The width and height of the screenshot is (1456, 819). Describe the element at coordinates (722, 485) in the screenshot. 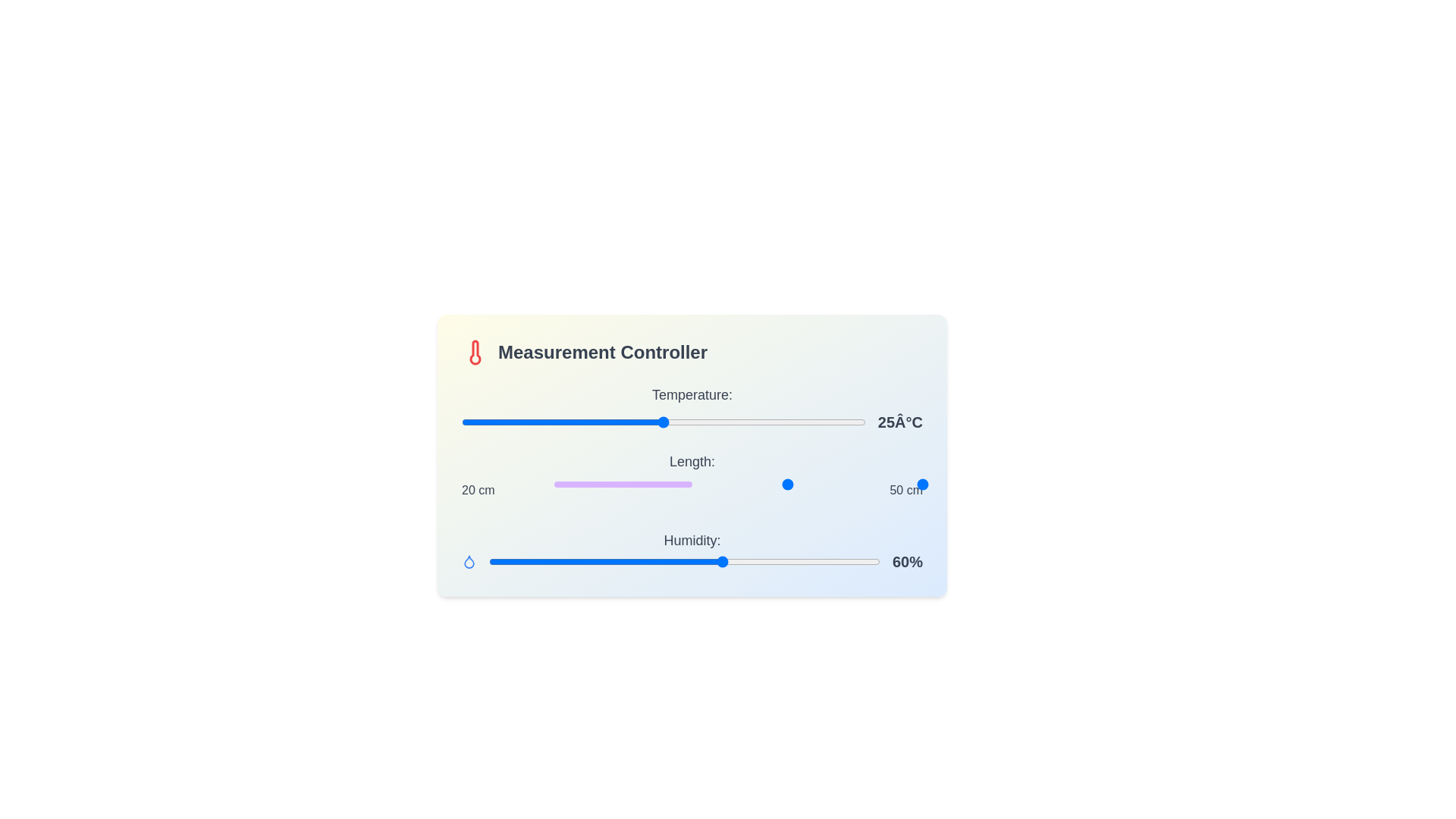

I see `the length` at that location.